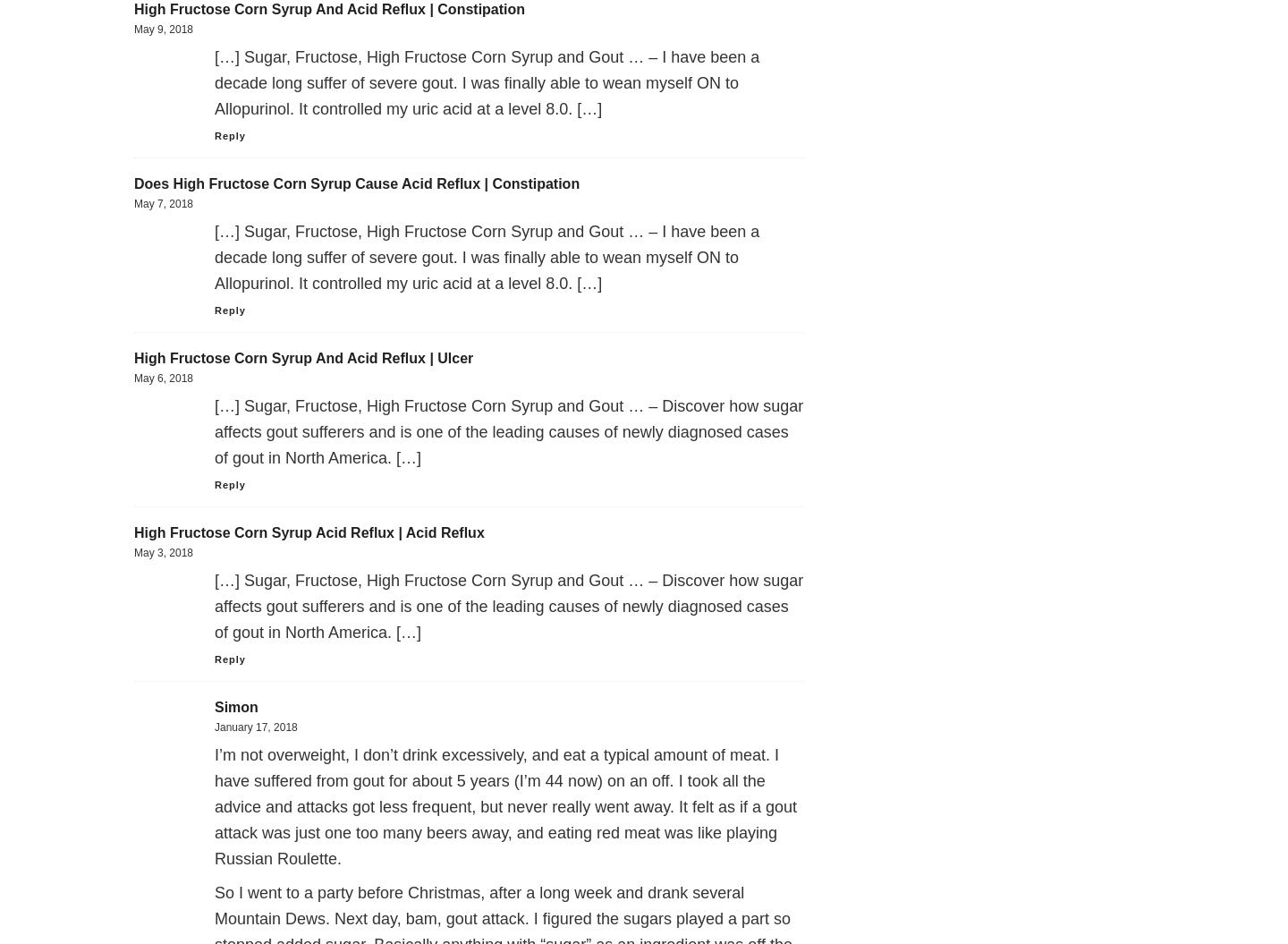 The width and height of the screenshot is (1288, 944). I want to click on 'I’m not overweight, I don’t drink excessively, and eat a typical amount of meat. I have suffered from gout for about 5 years (I’m 44 now) on an off. I took all the advice and attacks got less frequent, but never really went away. It felt as if a gout attack was just one too many beers away, and eating red meat was like playing Russian Roulette.', so click(505, 806).